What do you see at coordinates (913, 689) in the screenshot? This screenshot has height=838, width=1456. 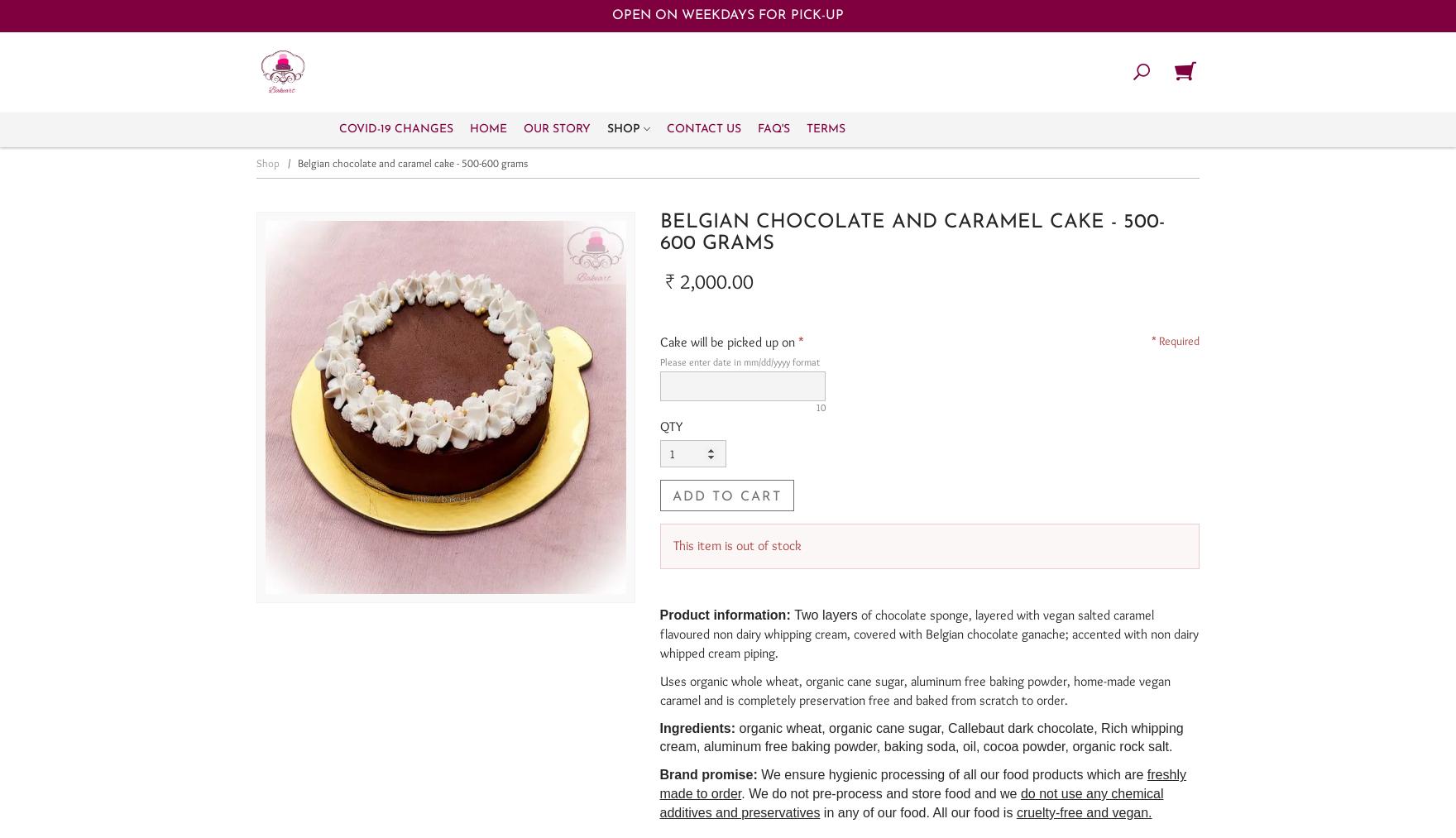 I see `'Uses organic whole wheat, organic cane sugar, aluminum free baking powder, home-made vegan caramel and is completely preservation free and baked from scratch to order.'` at bounding box center [913, 689].